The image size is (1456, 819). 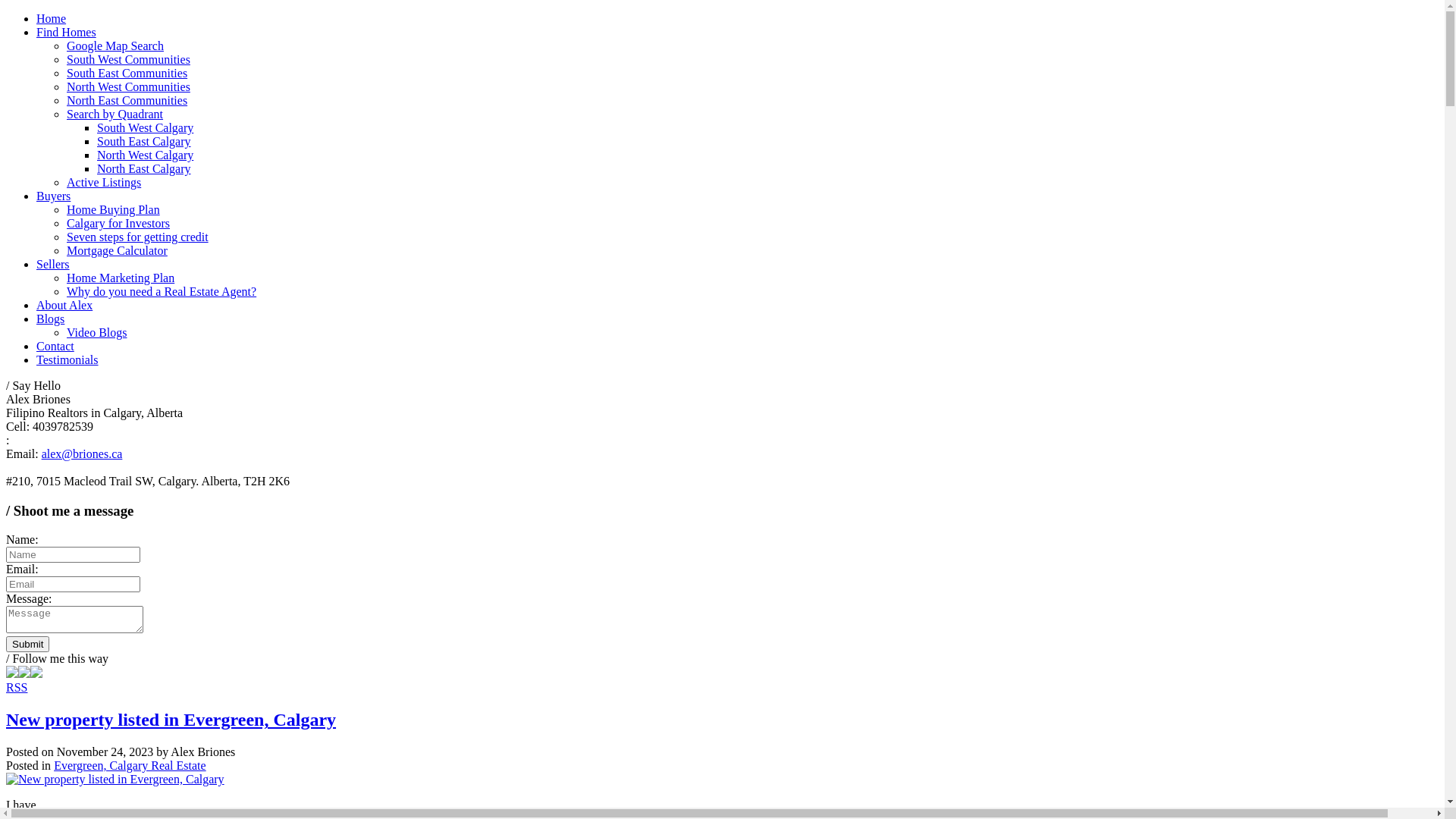 What do you see at coordinates (144, 168) in the screenshot?
I see `'North East Calgary'` at bounding box center [144, 168].